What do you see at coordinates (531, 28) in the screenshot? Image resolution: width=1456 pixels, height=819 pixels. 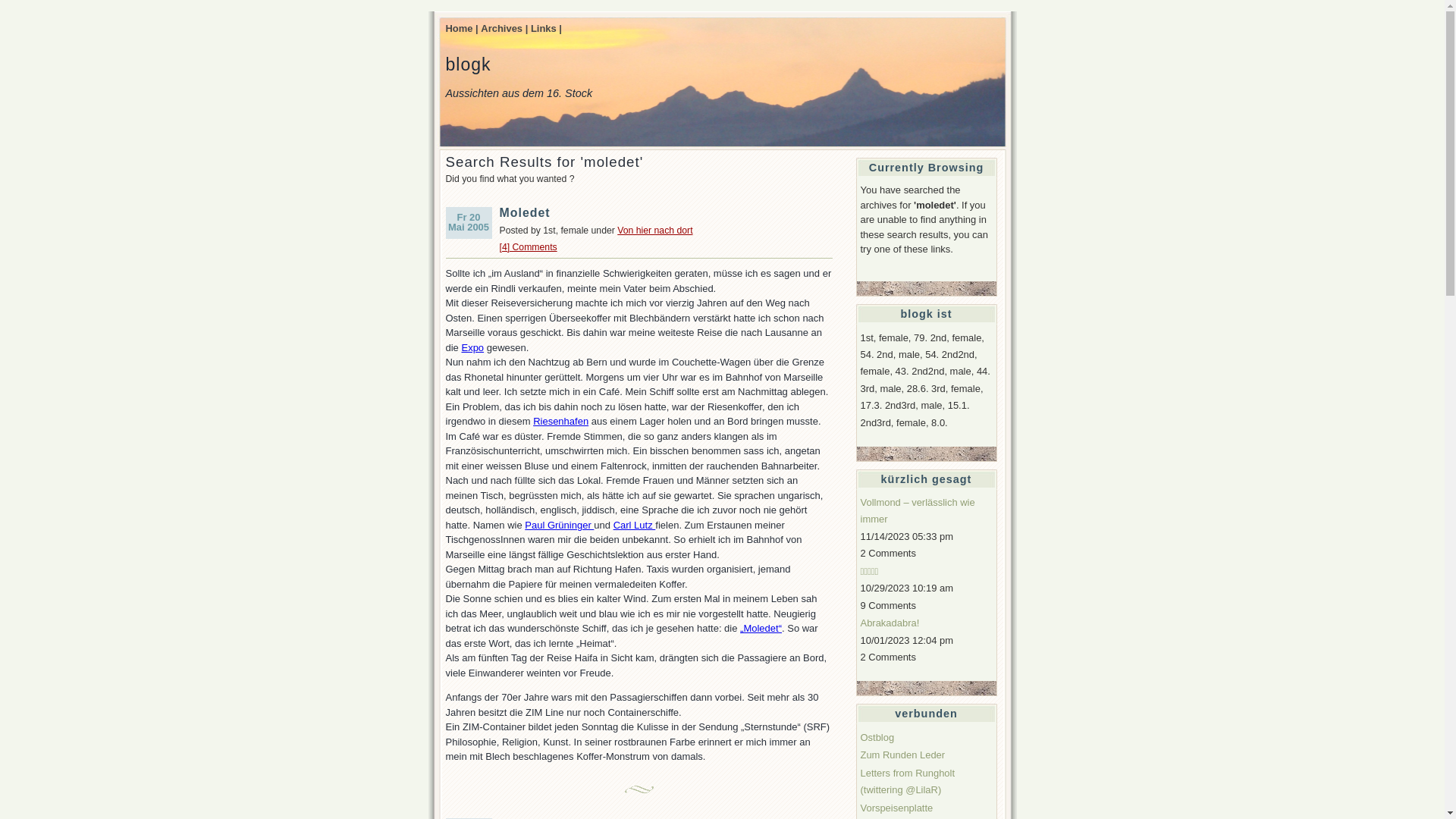 I see `'Links |'` at bounding box center [531, 28].